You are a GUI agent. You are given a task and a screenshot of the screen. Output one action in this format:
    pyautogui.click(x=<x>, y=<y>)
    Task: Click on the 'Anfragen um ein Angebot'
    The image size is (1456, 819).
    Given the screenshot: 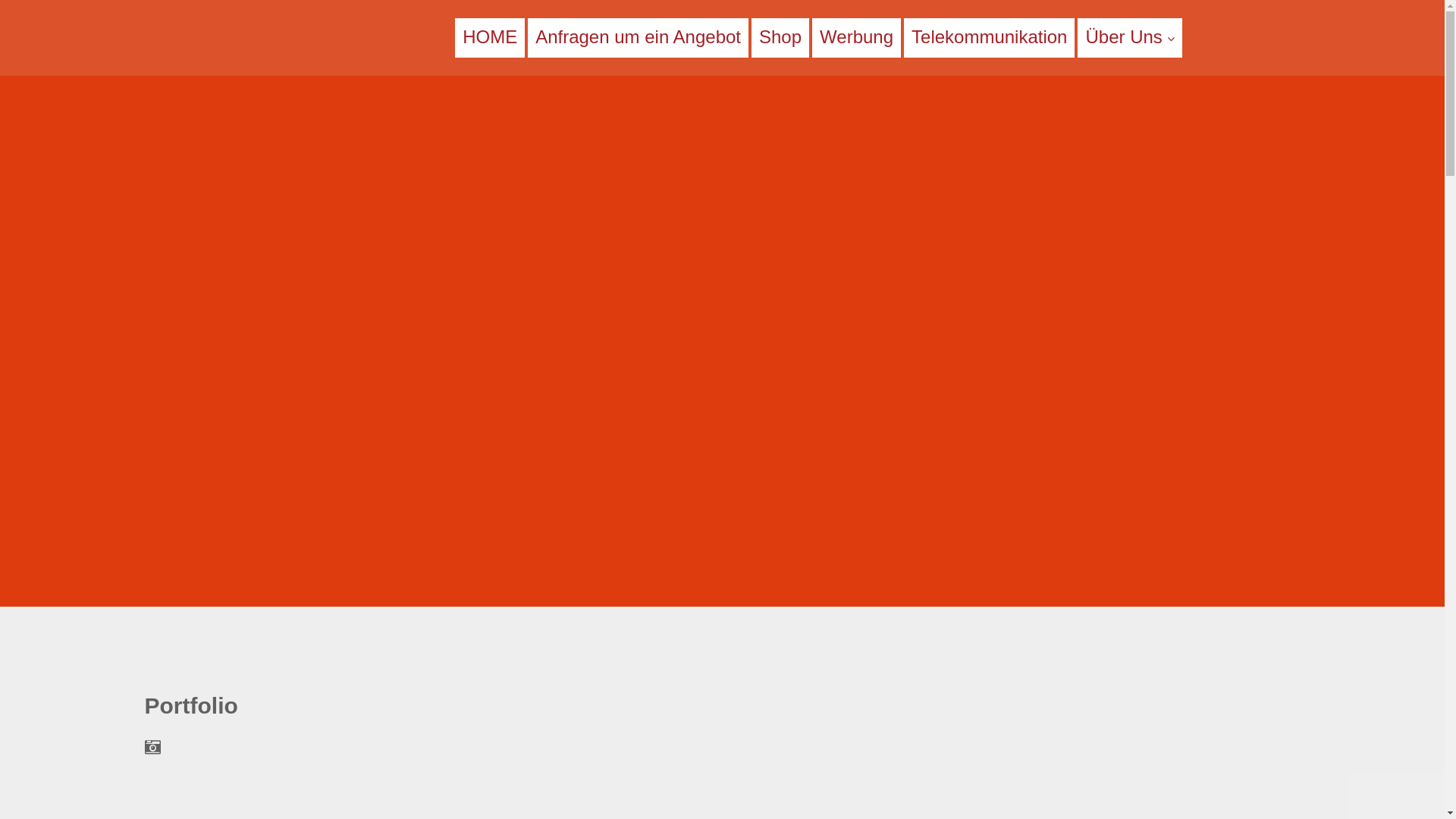 What is the action you would take?
    pyautogui.click(x=638, y=36)
    